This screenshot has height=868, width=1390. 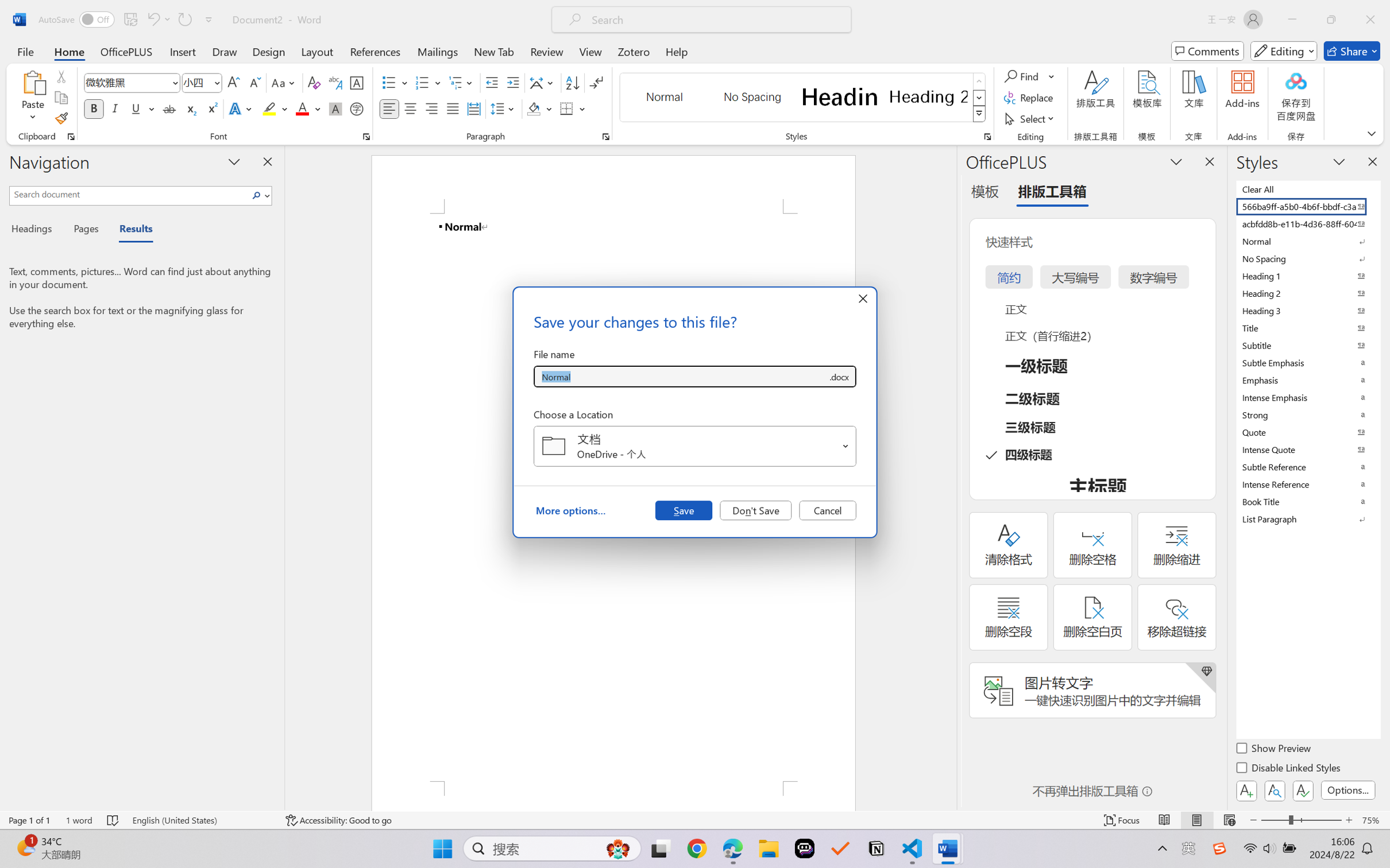 What do you see at coordinates (130, 230) in the screenshot?
I see `'Results'` at bounding box center [130, 230].